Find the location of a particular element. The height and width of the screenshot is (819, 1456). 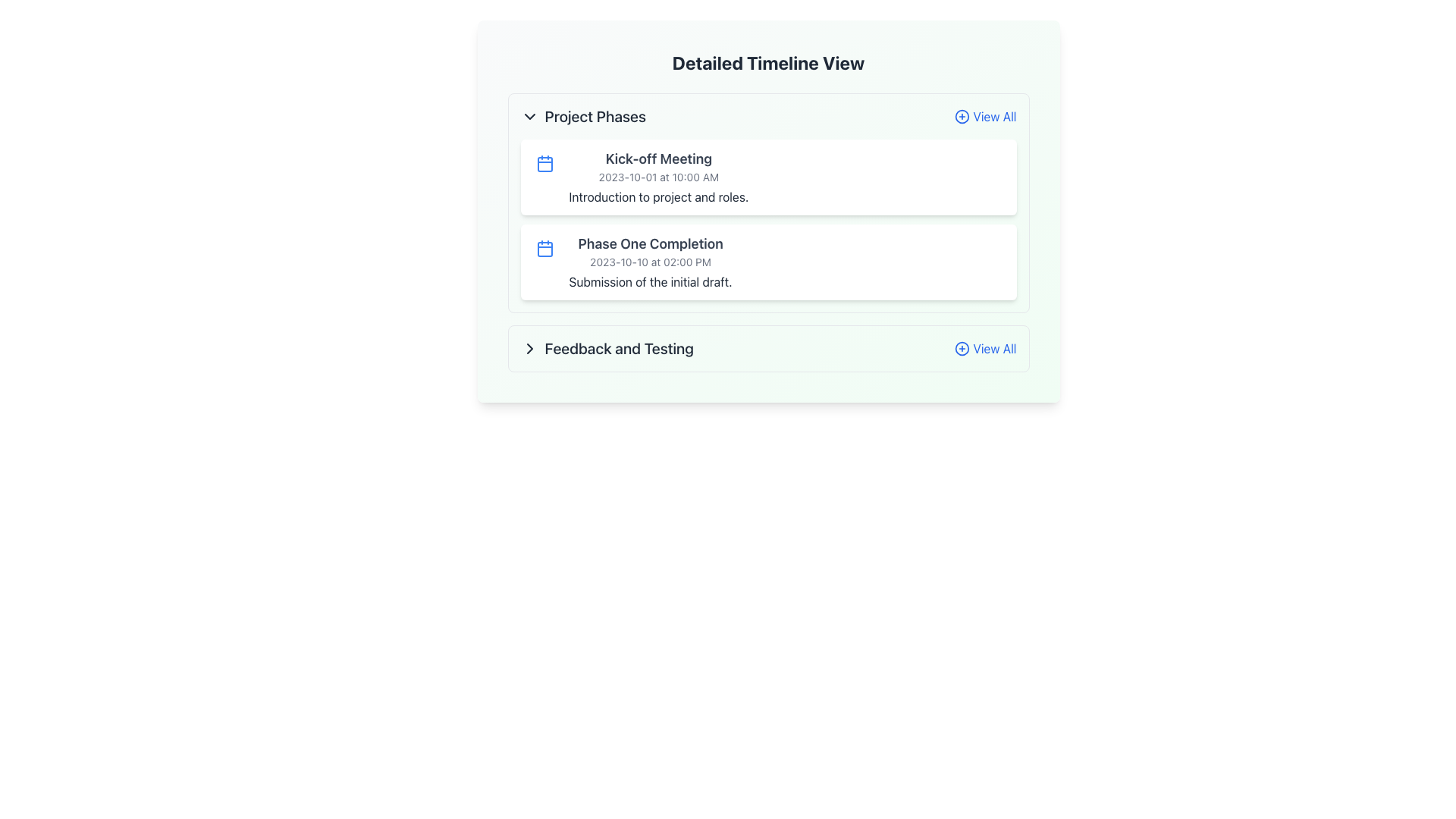

the calendar icon with a minimalist design, which is located to the left of the meeting title and date under the 'Kick-off Meeting' entry in 'Project Phases' is located at coordinates (544, 164).